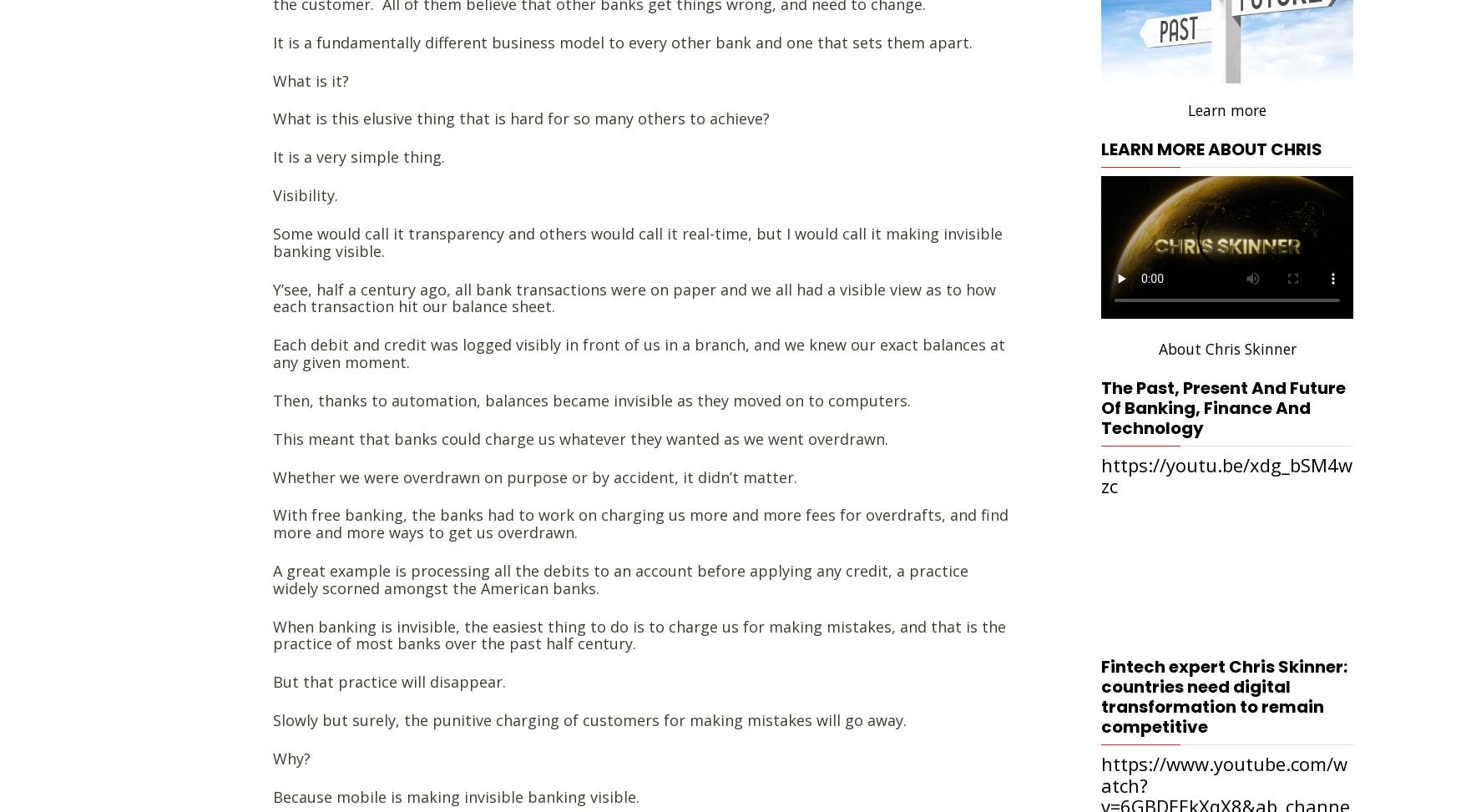 The height and width of the screenshot is (812, 1461). What do you see at coordinates (1211, 148) in the screenshot?
I see `'Learn more about Chris'` at bounding box center [1211, 148].